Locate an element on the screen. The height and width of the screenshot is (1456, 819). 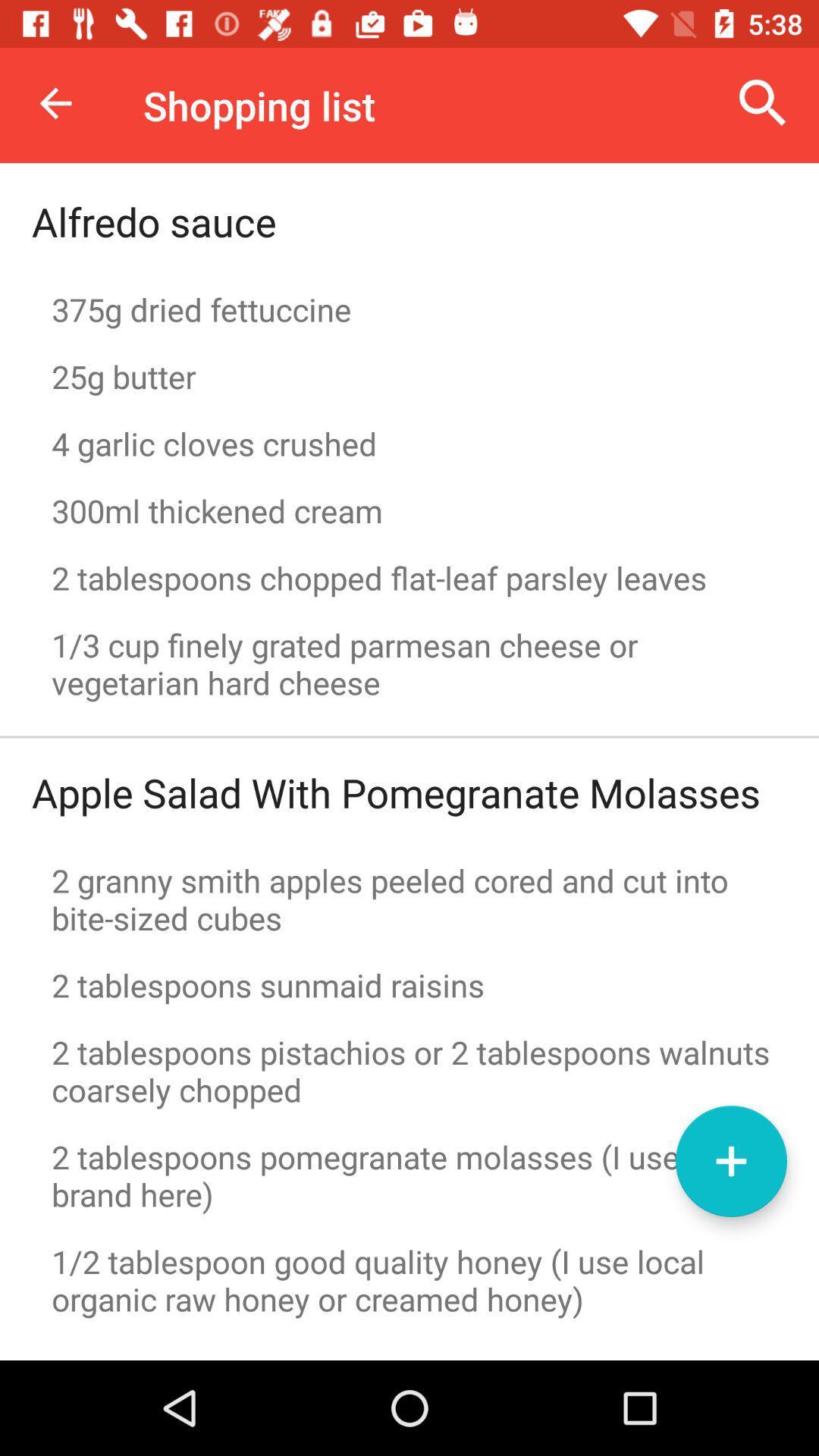
link is located at coordinates (730, 1160).